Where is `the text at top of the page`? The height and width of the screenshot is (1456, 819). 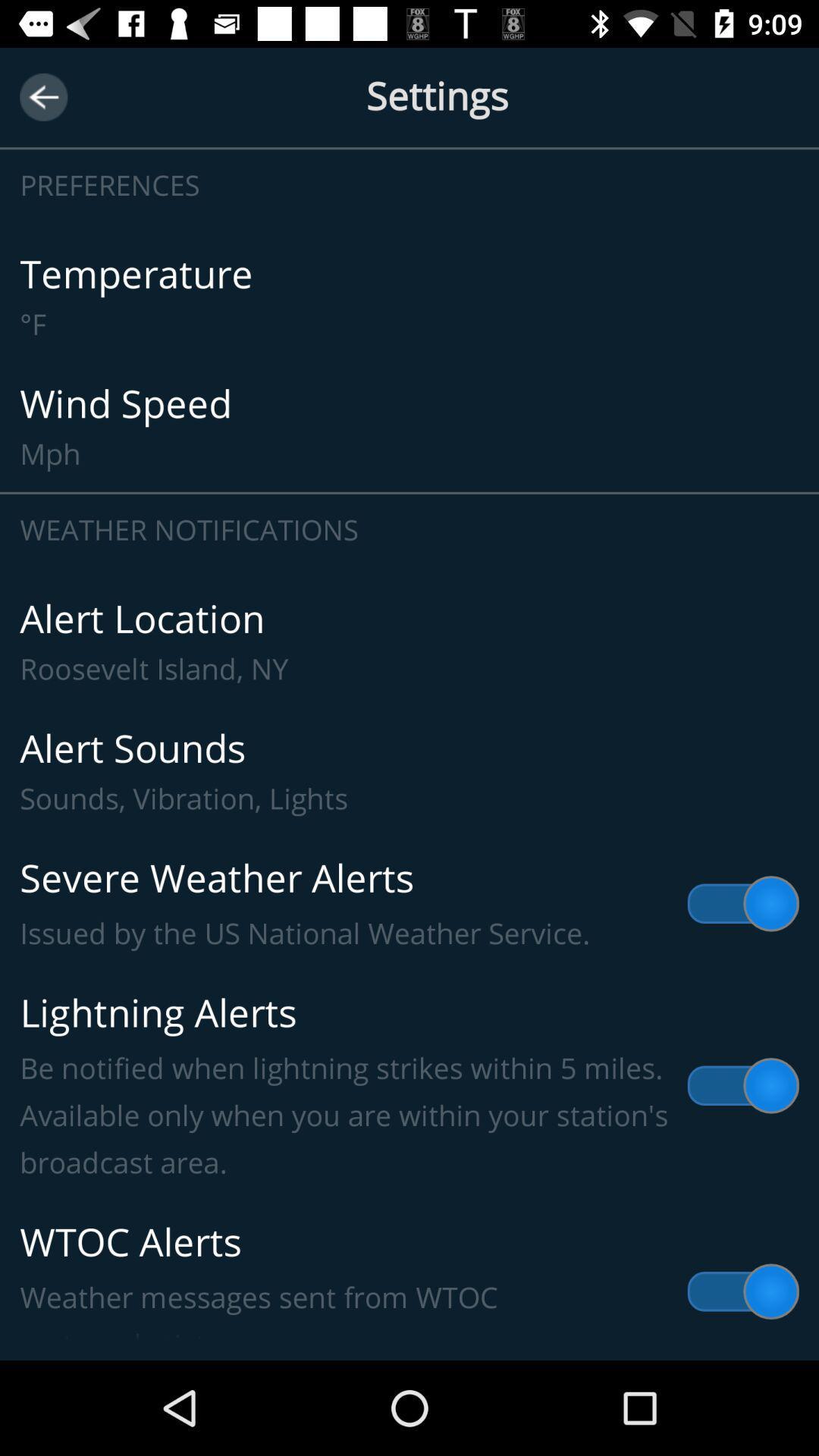
the text at top of the page is located at coordinates (409, 113).